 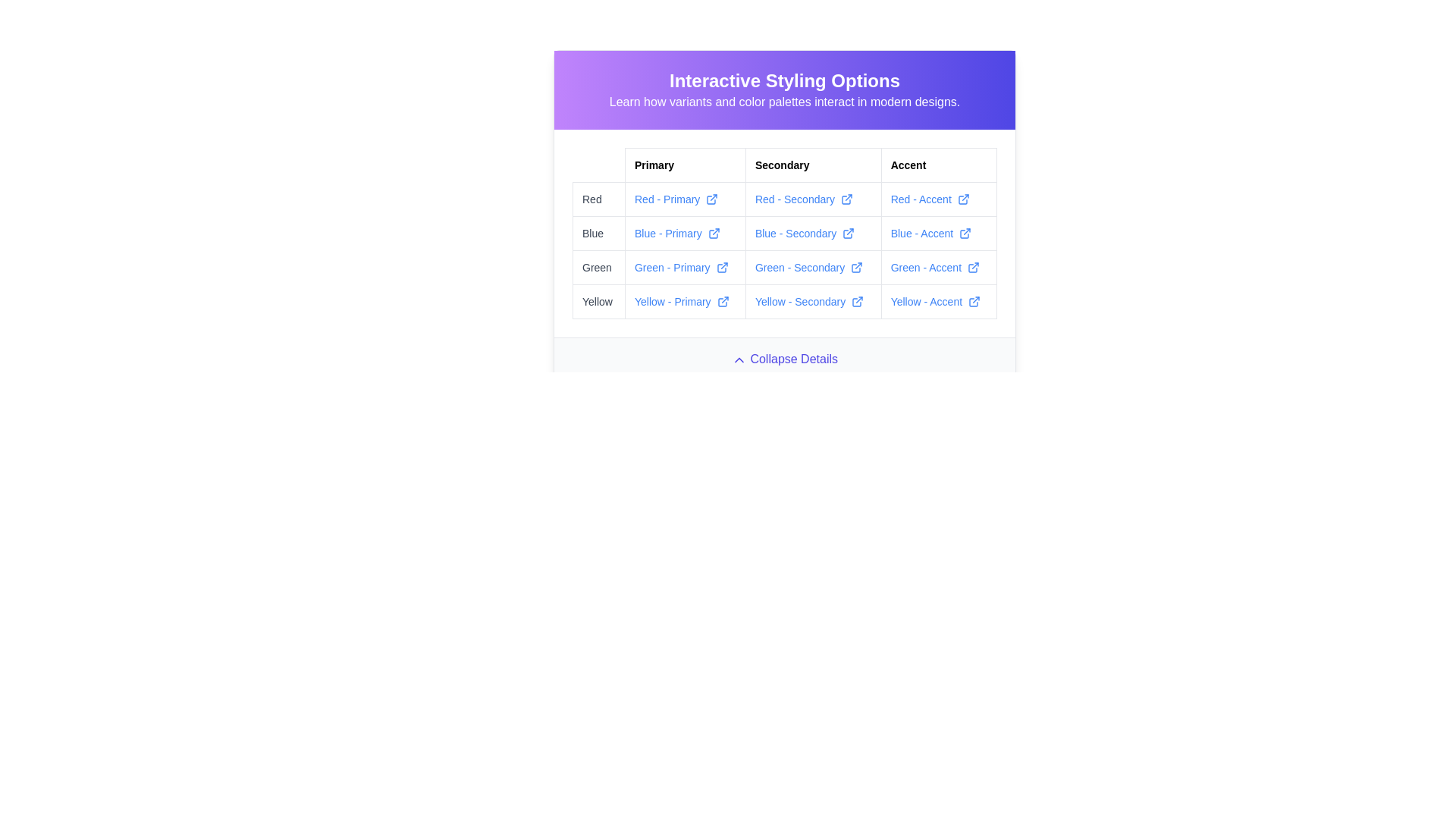 What do you see at coordinates (856, 267) in the screenshot?
I see `the external link icon styled with a stroke color matching 'Green - Secondary', located adjacent to the linked text 'Green - Secondary'` at bounding box center [856, 267].